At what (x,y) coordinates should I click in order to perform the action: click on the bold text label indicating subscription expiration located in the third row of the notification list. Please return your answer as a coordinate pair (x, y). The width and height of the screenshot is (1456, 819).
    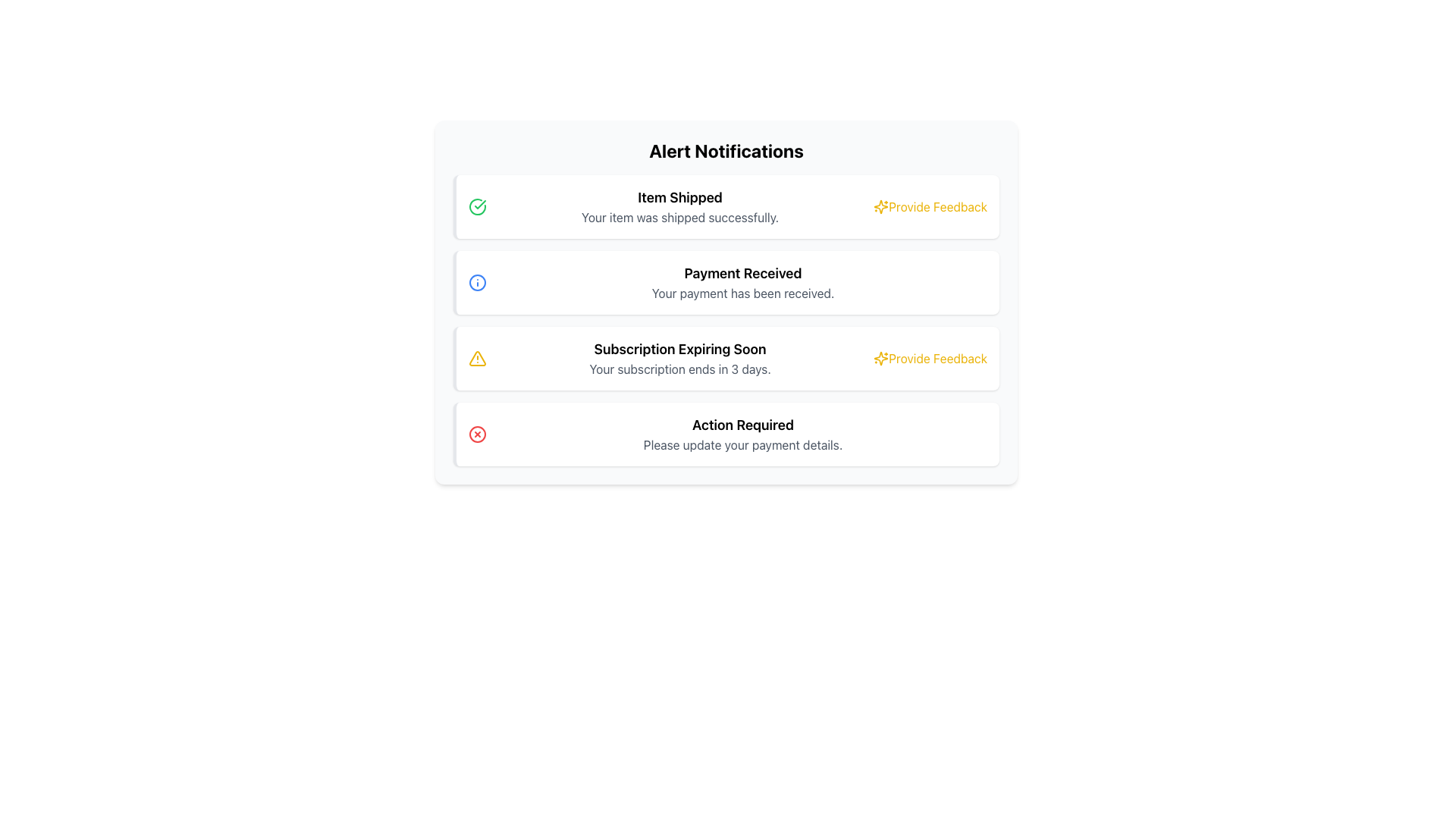
    Looking at the image, I should click on (679, 350).